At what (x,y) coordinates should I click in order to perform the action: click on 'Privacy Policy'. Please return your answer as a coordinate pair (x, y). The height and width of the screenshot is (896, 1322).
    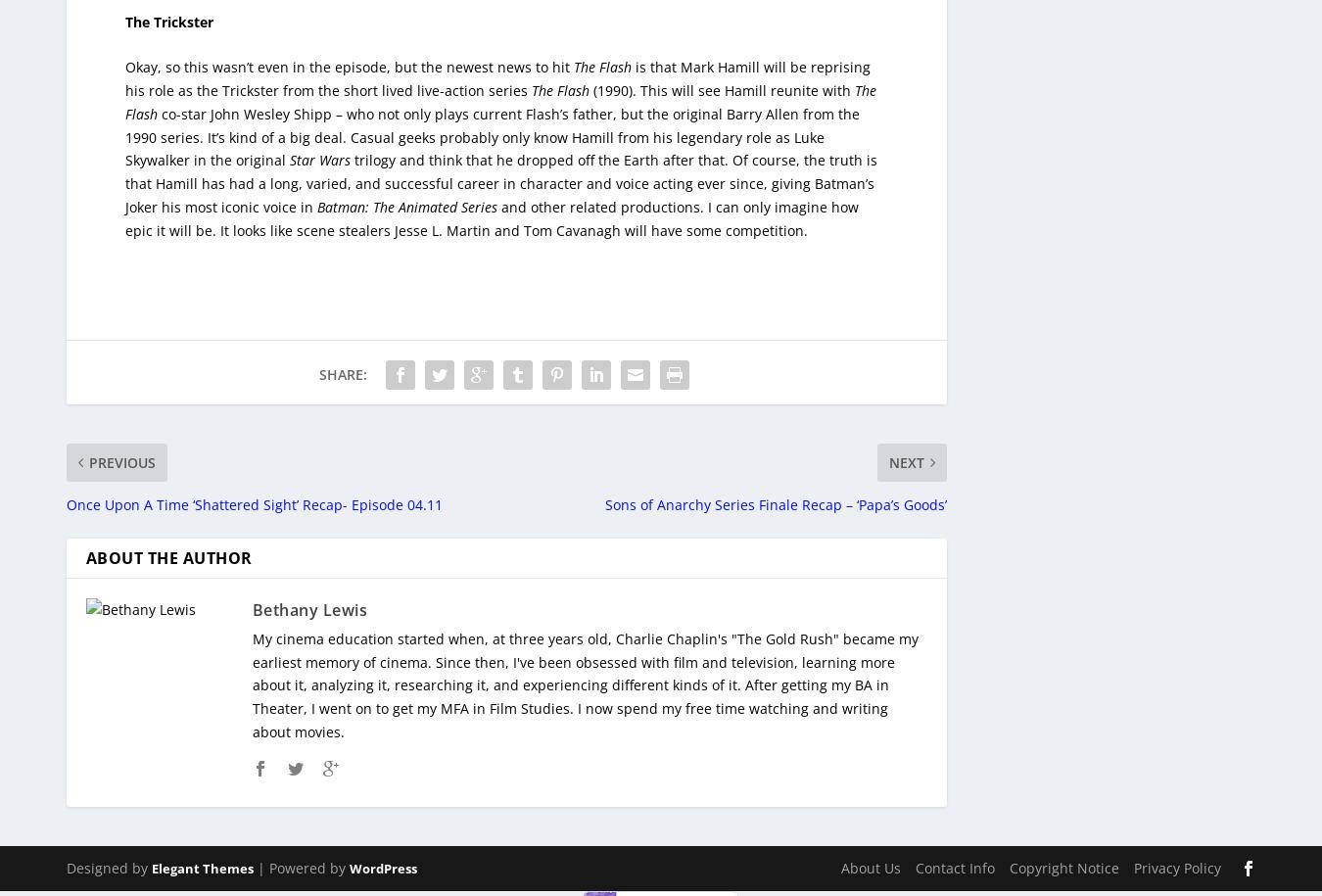
    Looking at the image, I should click on (1131, 853).